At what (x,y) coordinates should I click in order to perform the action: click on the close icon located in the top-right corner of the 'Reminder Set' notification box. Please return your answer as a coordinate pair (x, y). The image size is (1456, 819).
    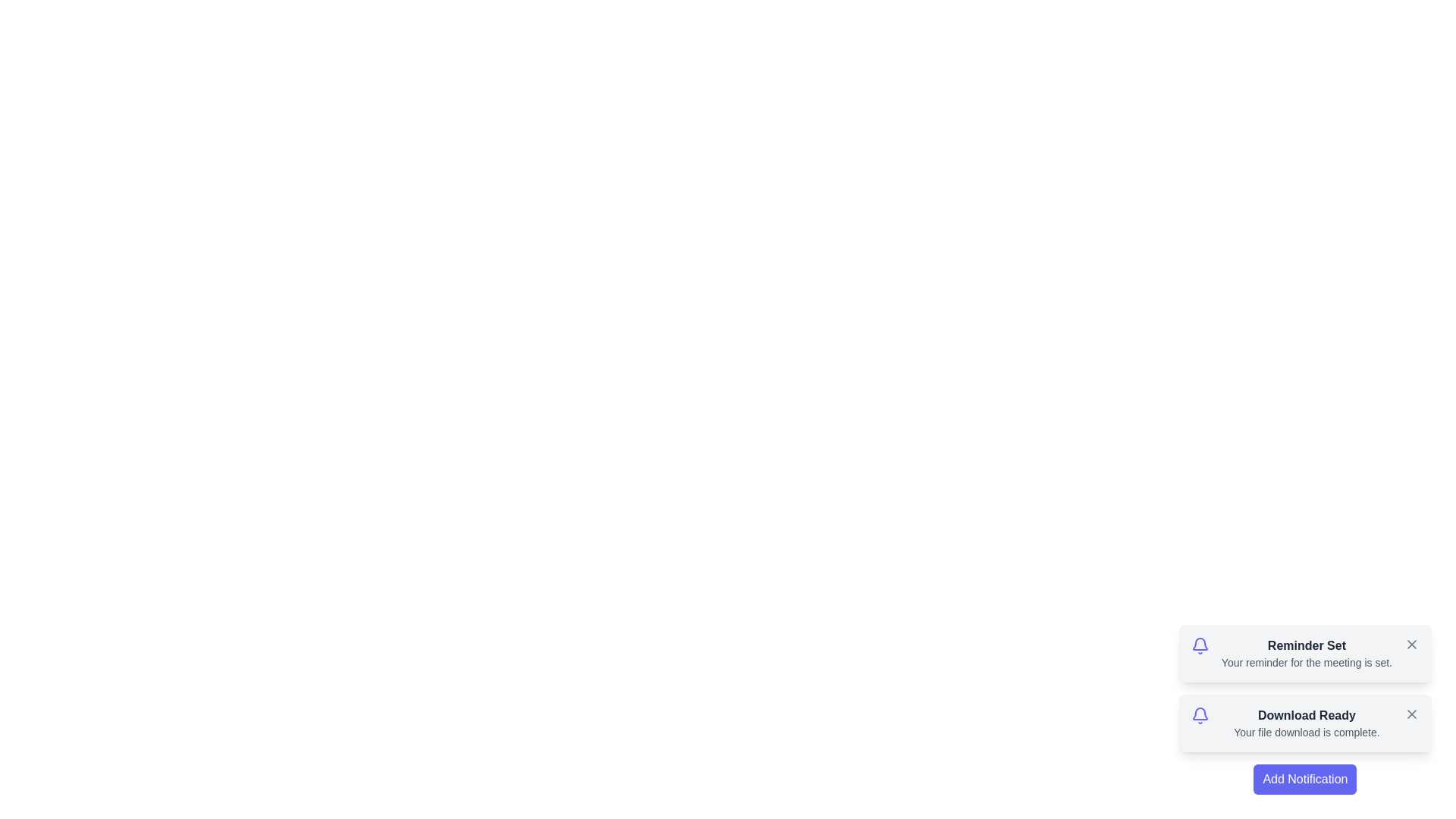
    Looking at the image, I should click on (1411, 644).